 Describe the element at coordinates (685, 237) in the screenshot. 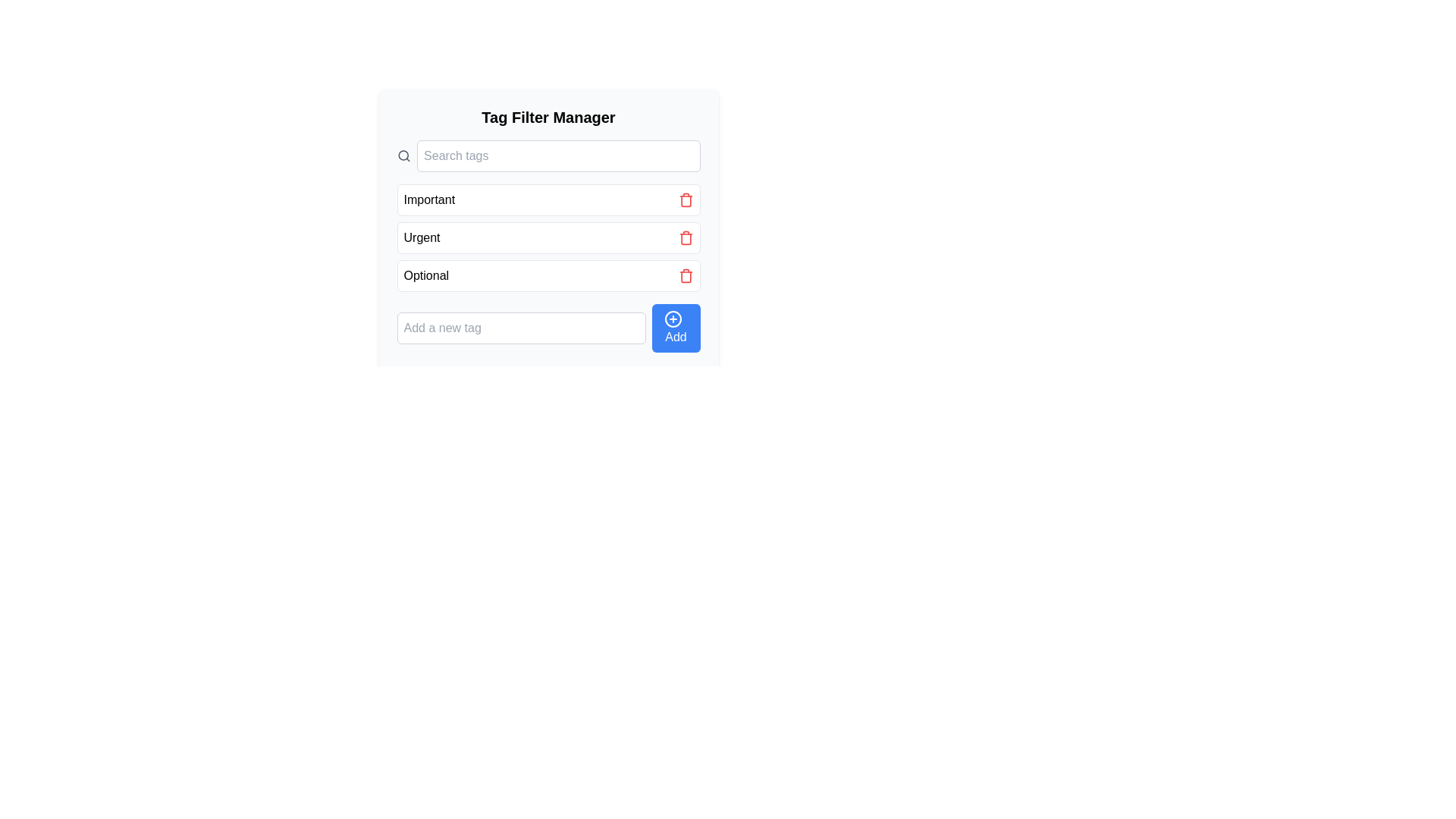

I see `the red trash icon button located at the far right of the 'Urgent' tag row` at that location.